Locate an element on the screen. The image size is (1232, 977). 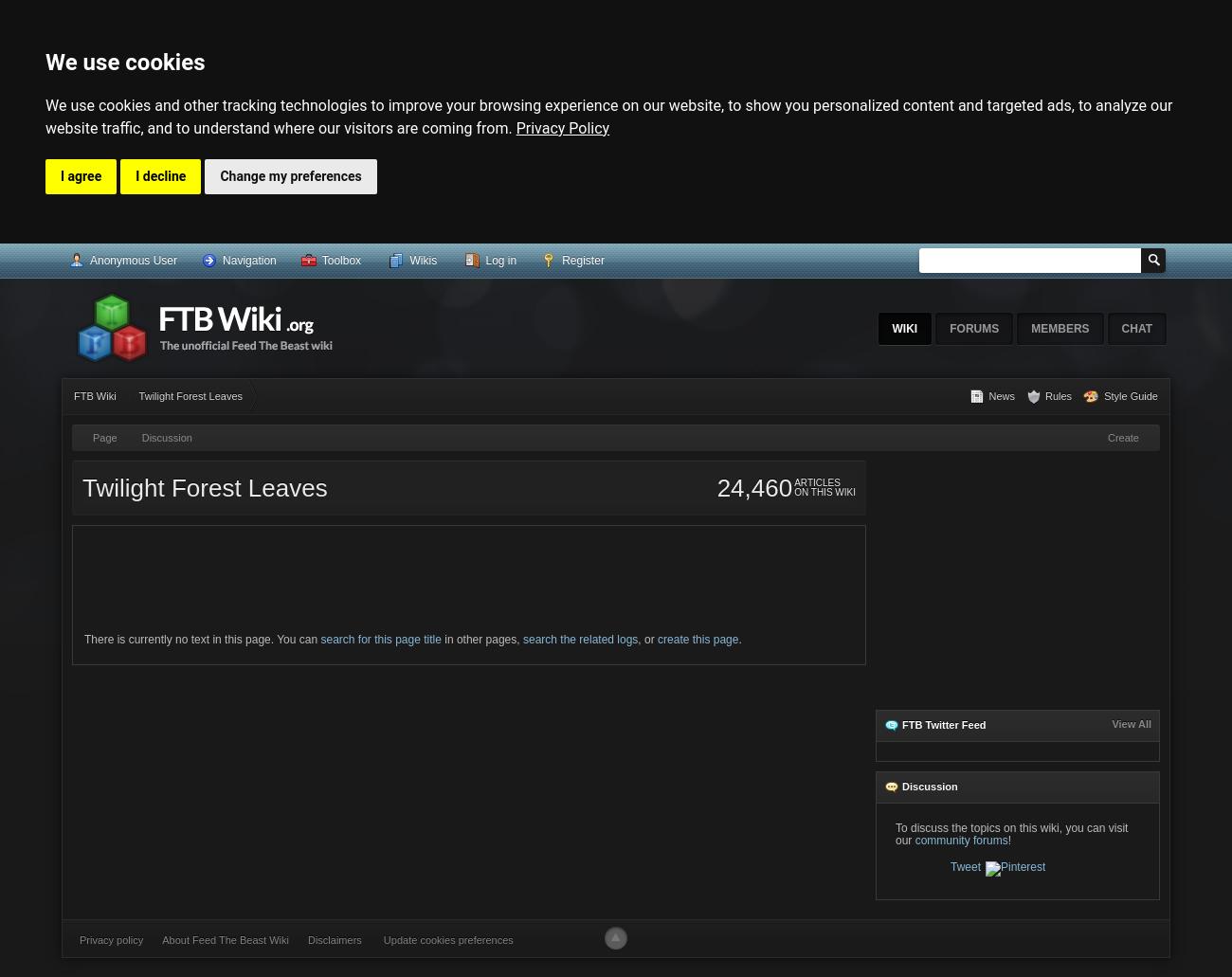
',
or' is located at coordinates (646, 638).